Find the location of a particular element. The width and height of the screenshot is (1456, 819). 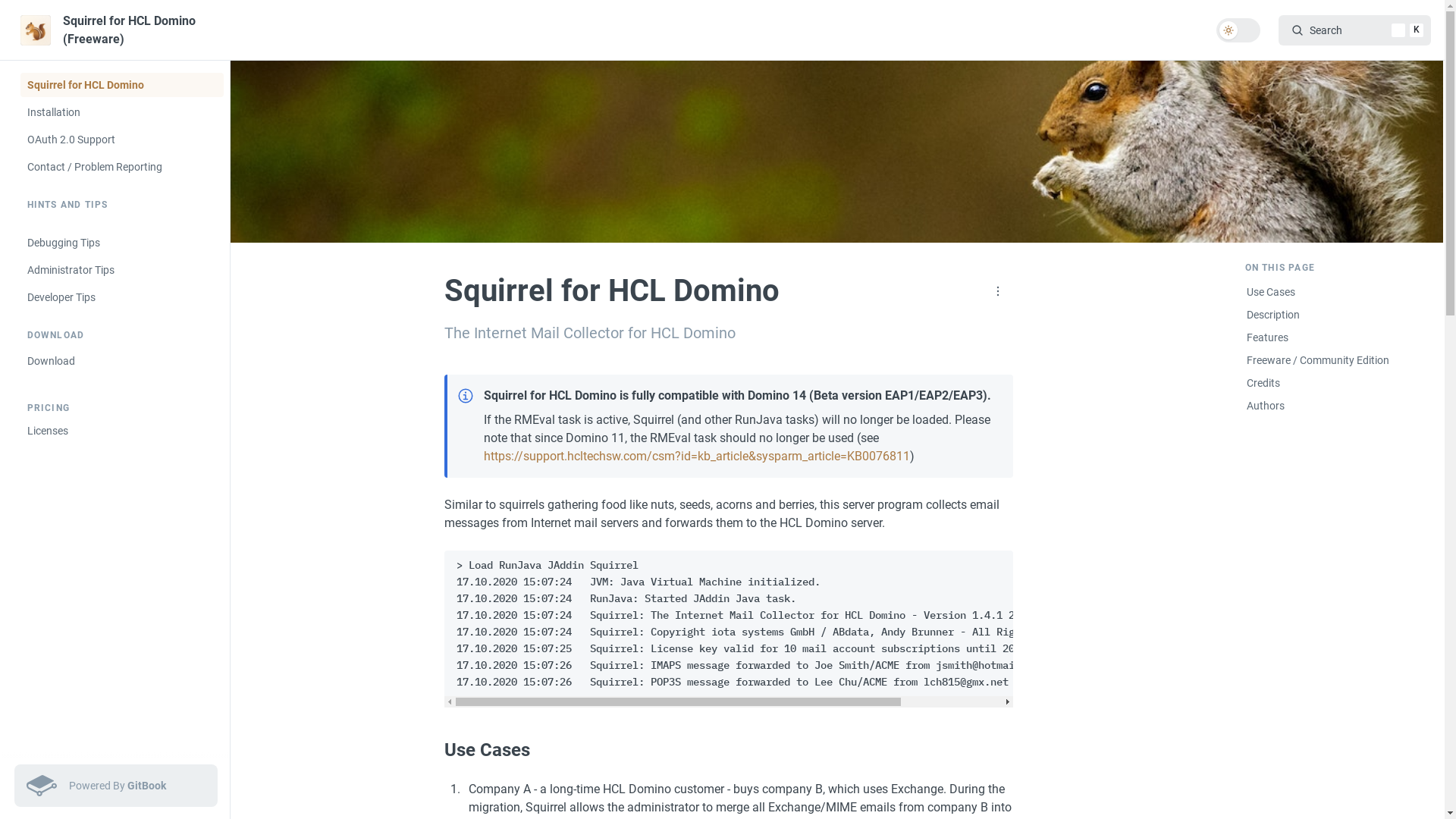

'Powered By GitBook' is located at coordinates (14, 785).